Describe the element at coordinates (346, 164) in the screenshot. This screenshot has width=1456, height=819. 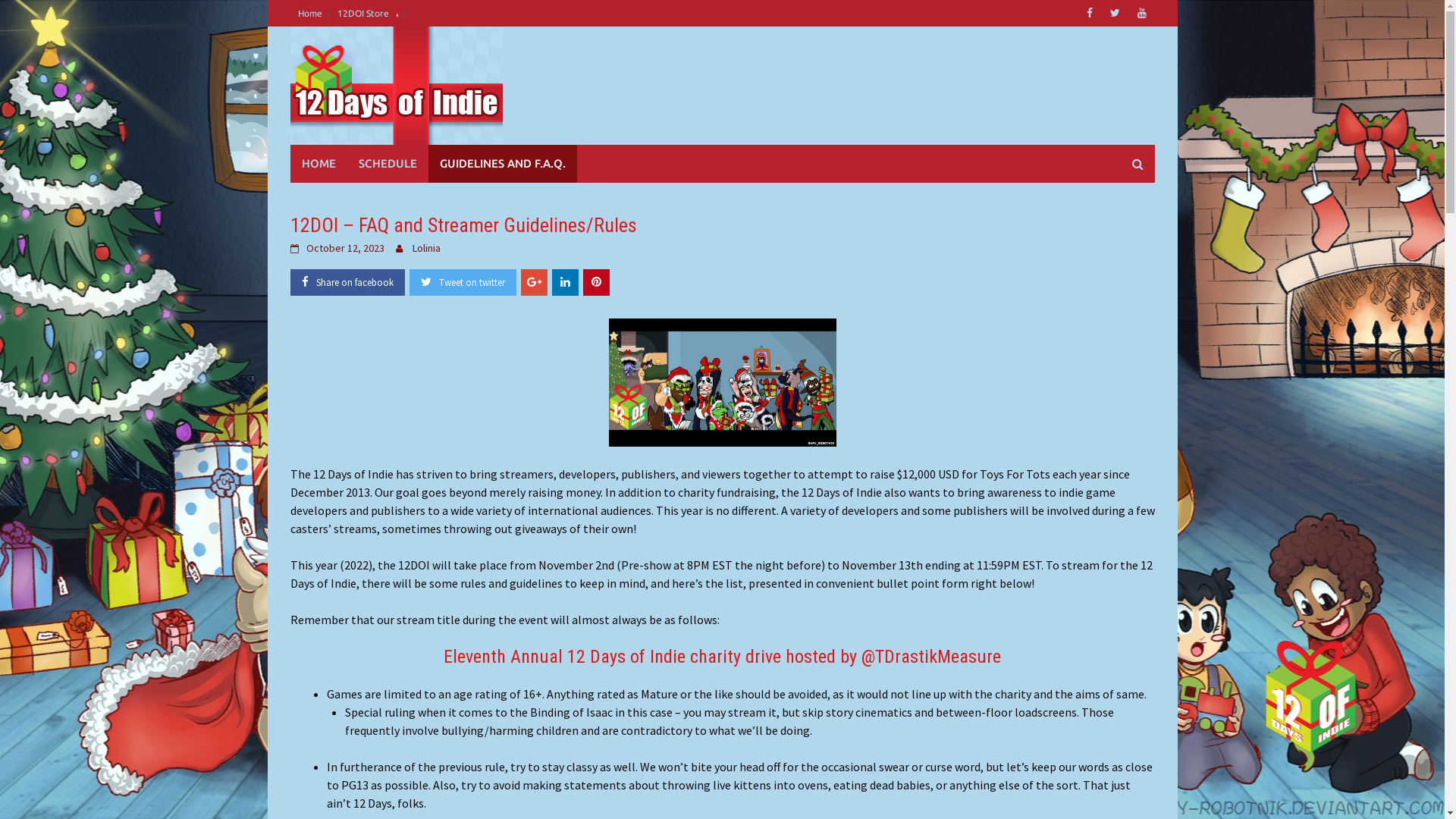
I see `'SCHEDULE'` at that location.